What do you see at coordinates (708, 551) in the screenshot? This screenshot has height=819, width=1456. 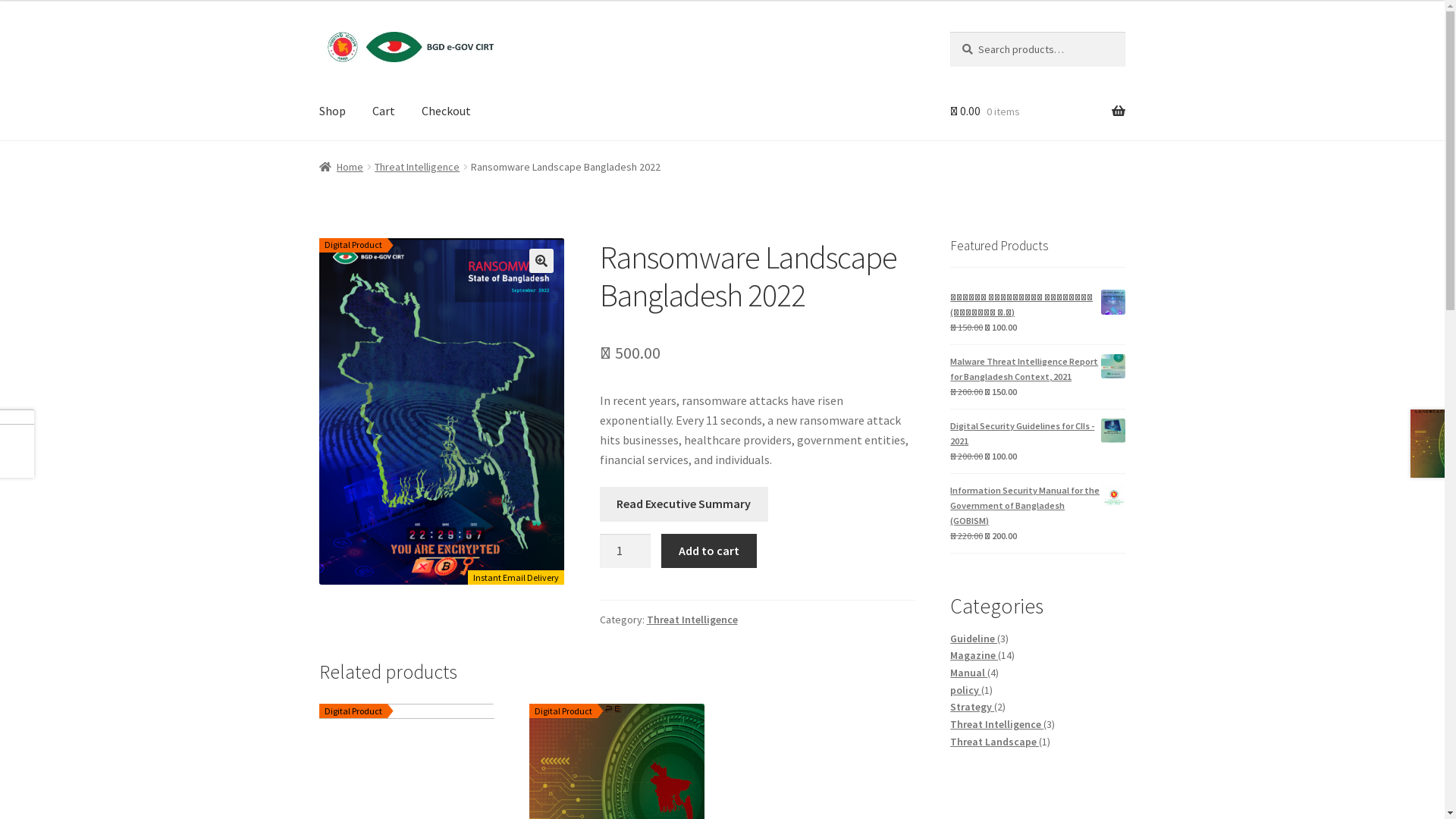 I see `'Add to cart'` at bounding box center [708, 551].